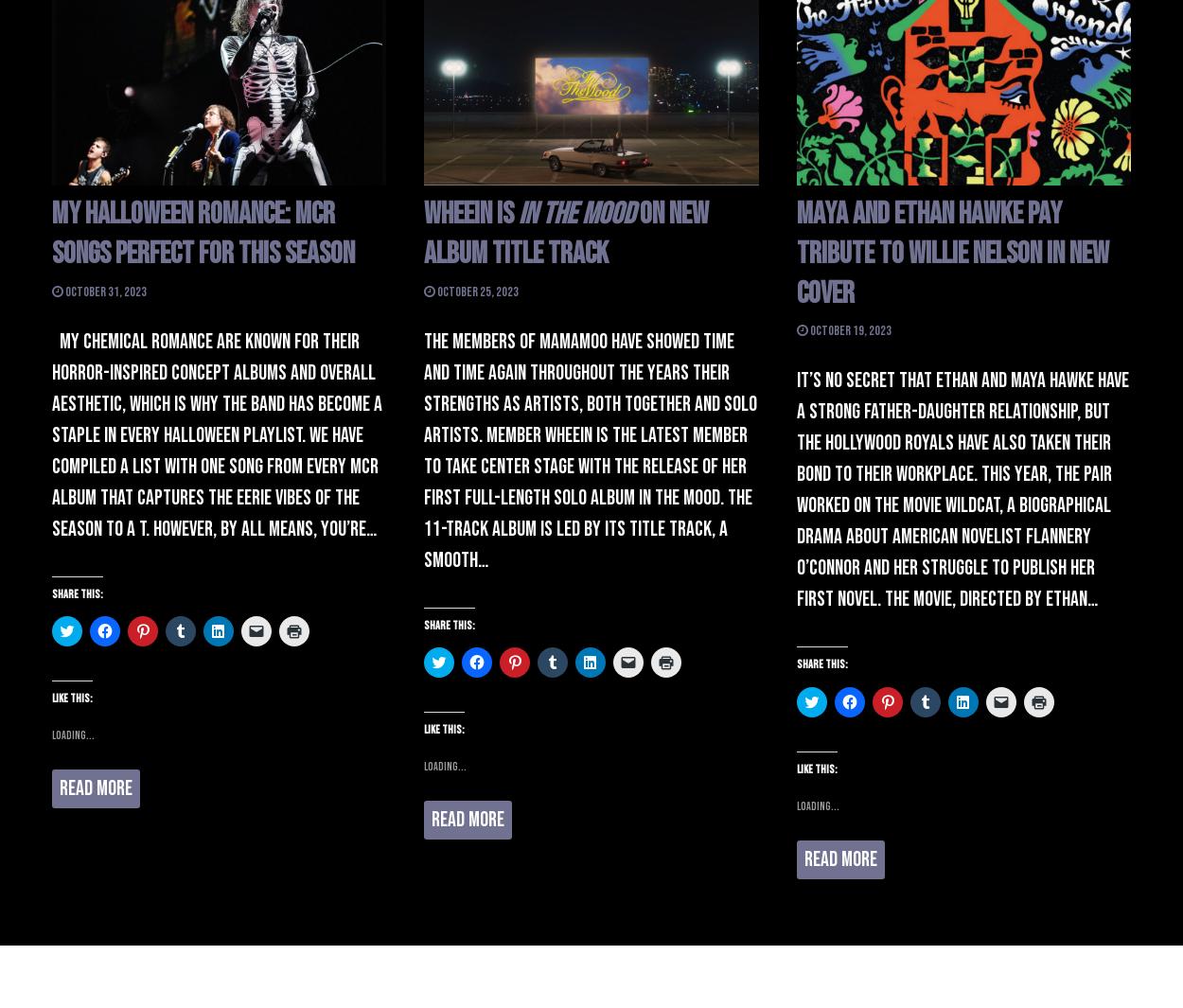  I want to click on 'October 19, 2023', so click(849, 329).